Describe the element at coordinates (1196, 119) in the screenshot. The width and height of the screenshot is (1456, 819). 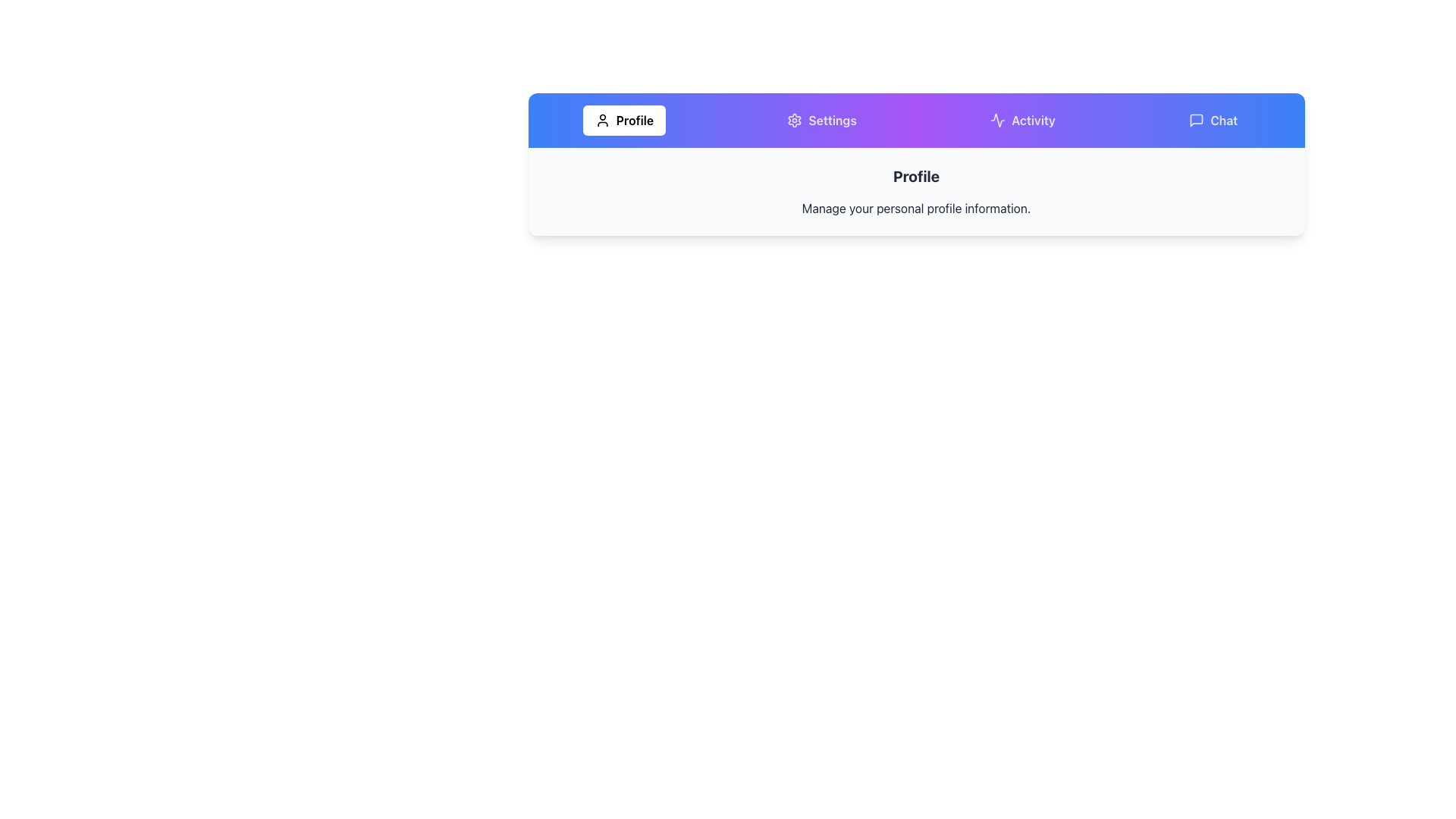
I see `the SVG-based chat icon resembling a speech bubble located at the far-right end of the application header bar` at that location.